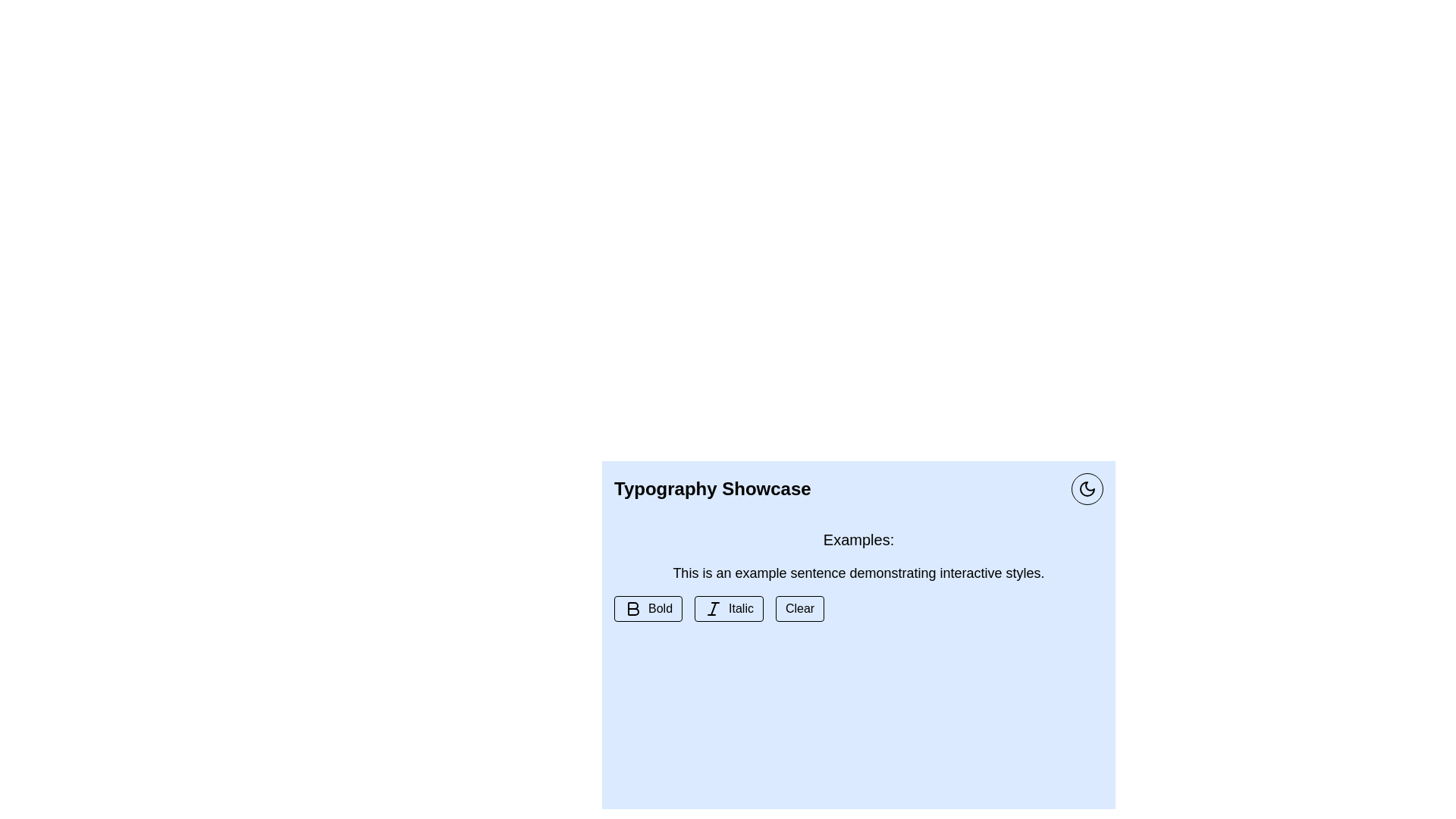 This screenshot has width=1456, height=819. What do you see at coordinates (729, 607) in the screenshot?
I see `the 'Italic' button, which is a rectangular button with slight rounded corners, containing an italic-styled 'I' icon and the text label 'Italic', positioned centrally between 'Bold' and 'Clear' buttons` at bounding box center [729, 607].